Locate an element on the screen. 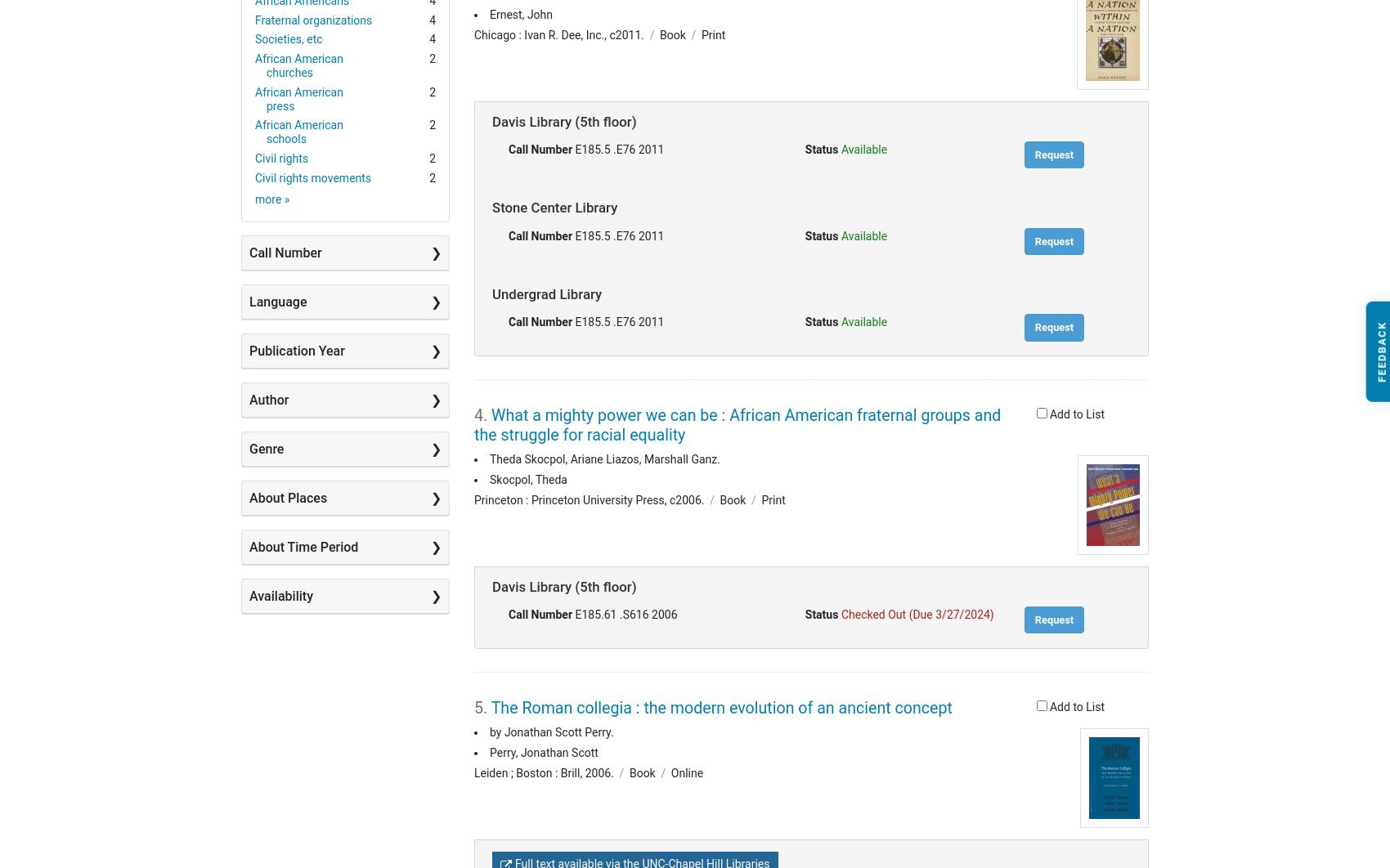 The image size is (1390, 868). 'Fraternal organizations' is located at coordinates (254, 20).